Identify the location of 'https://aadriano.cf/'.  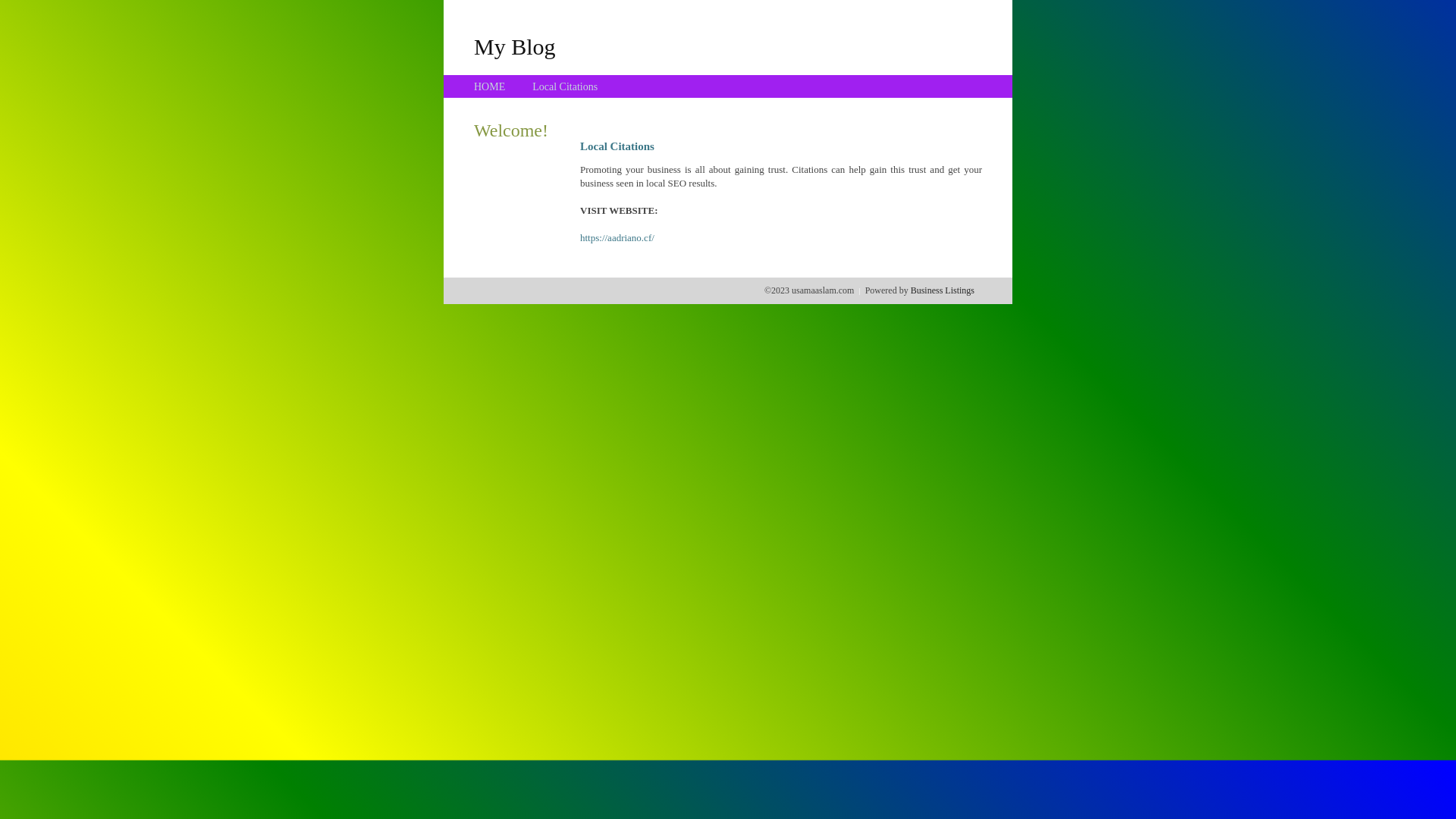
(579, 237).